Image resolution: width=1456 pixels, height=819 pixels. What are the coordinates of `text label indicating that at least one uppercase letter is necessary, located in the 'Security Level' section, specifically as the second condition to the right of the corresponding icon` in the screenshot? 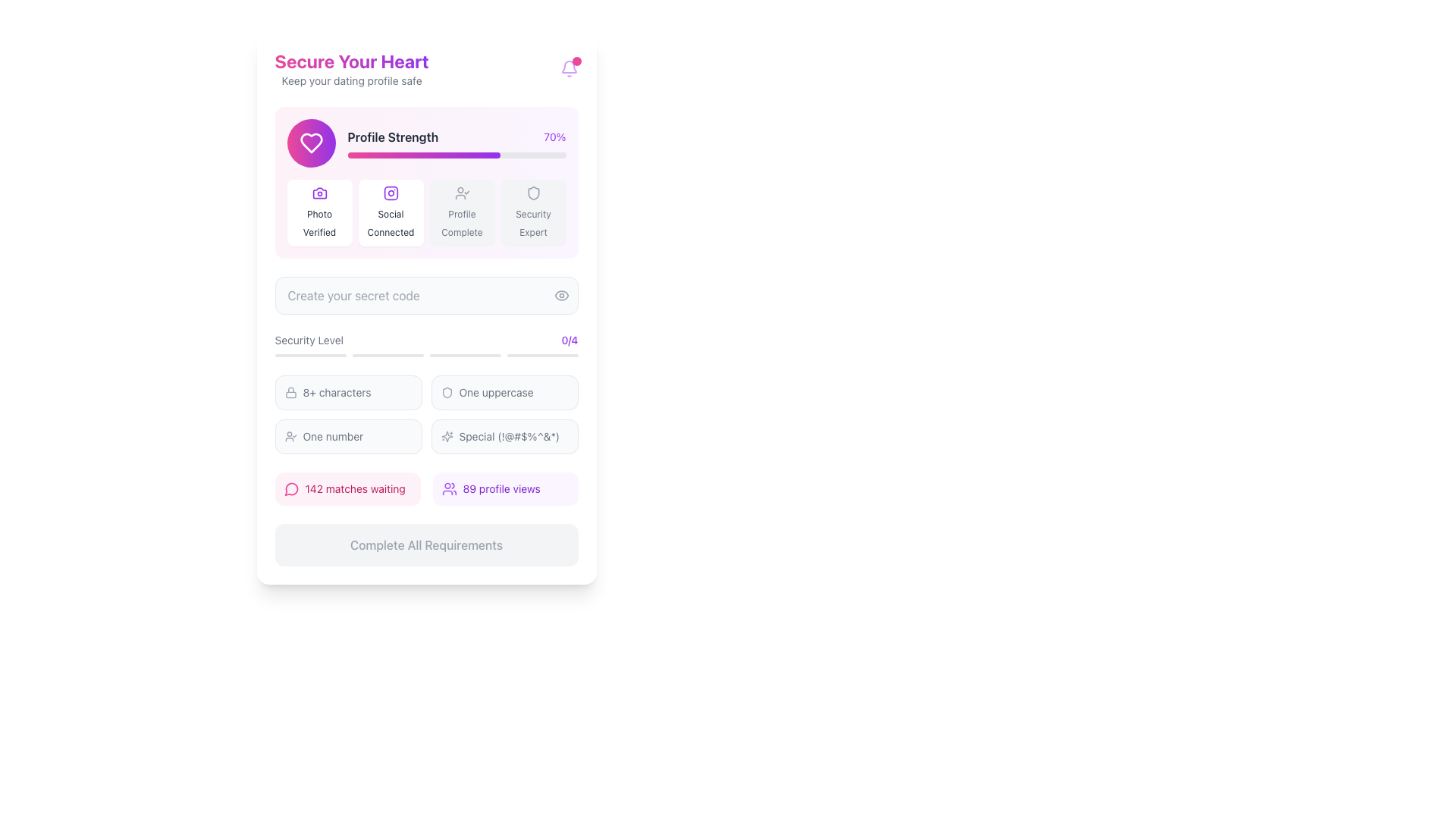 It's located at (496, 391).